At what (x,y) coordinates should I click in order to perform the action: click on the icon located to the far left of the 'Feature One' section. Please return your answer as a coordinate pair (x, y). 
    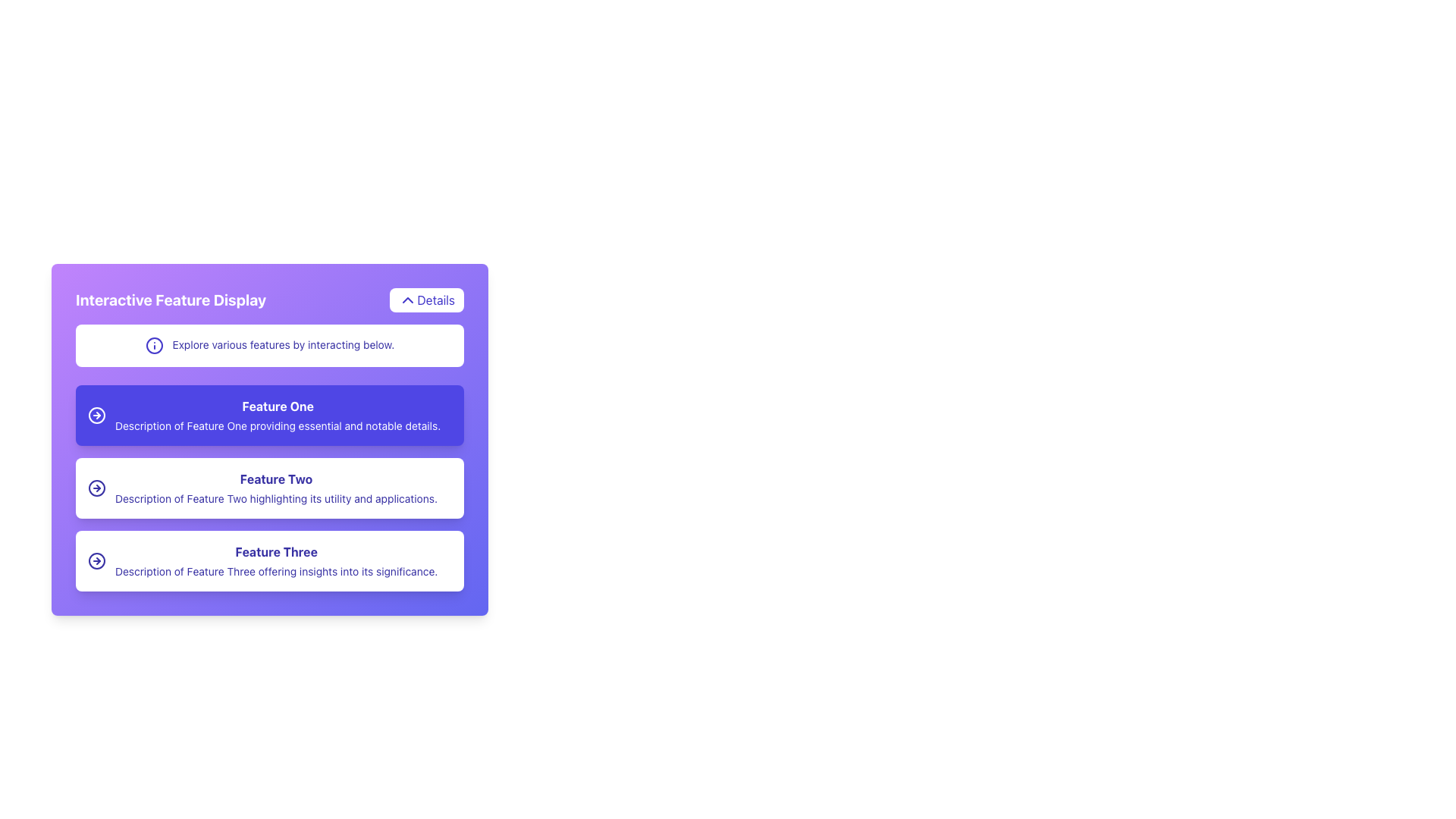
    Looking at the image, I should click on (96, 415).